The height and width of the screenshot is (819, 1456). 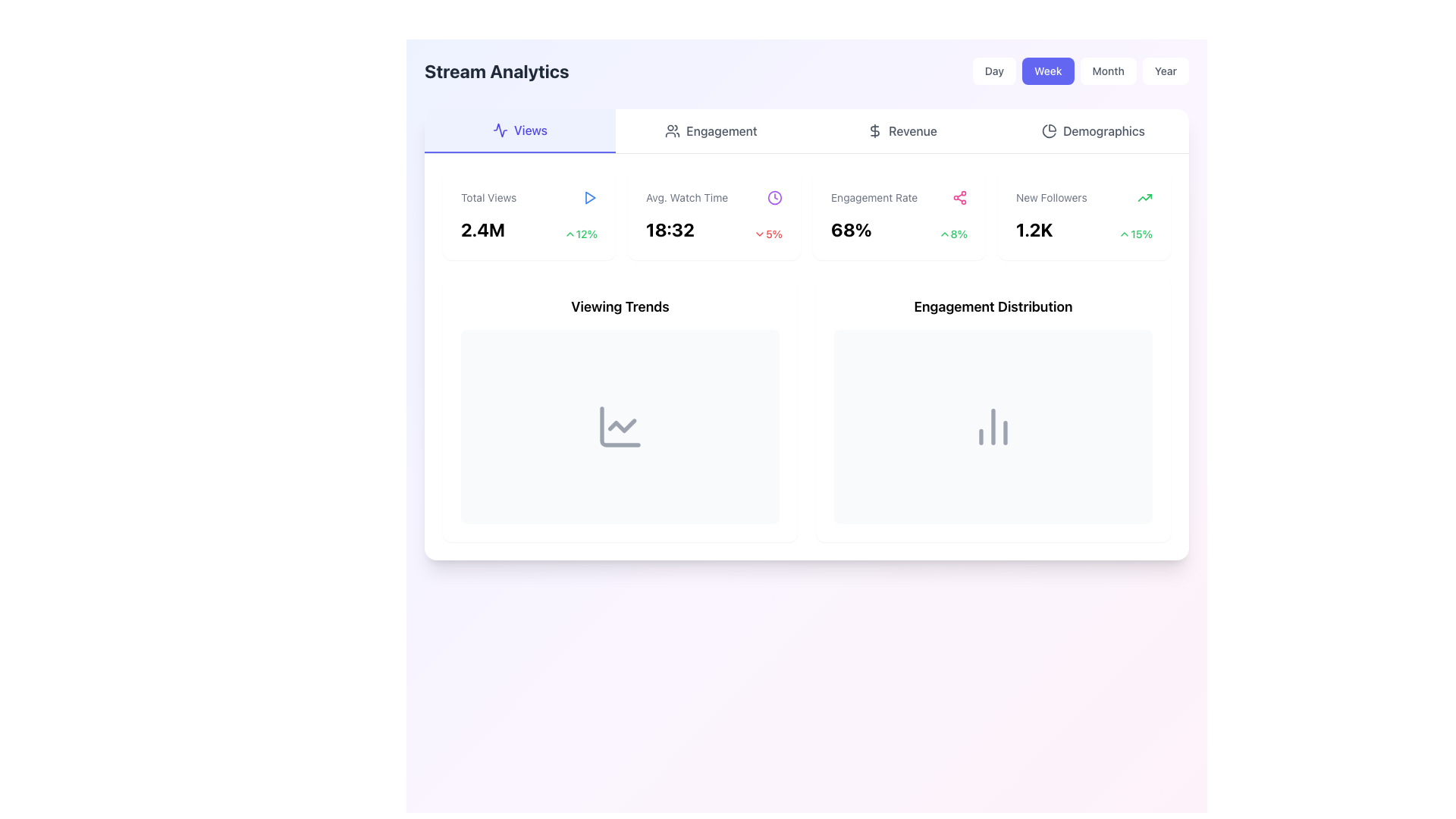 I want to click on the static text display showing '68%' in bold font within the 'Engagement Rate' section of the dashboard, so click(x=851, y=230).